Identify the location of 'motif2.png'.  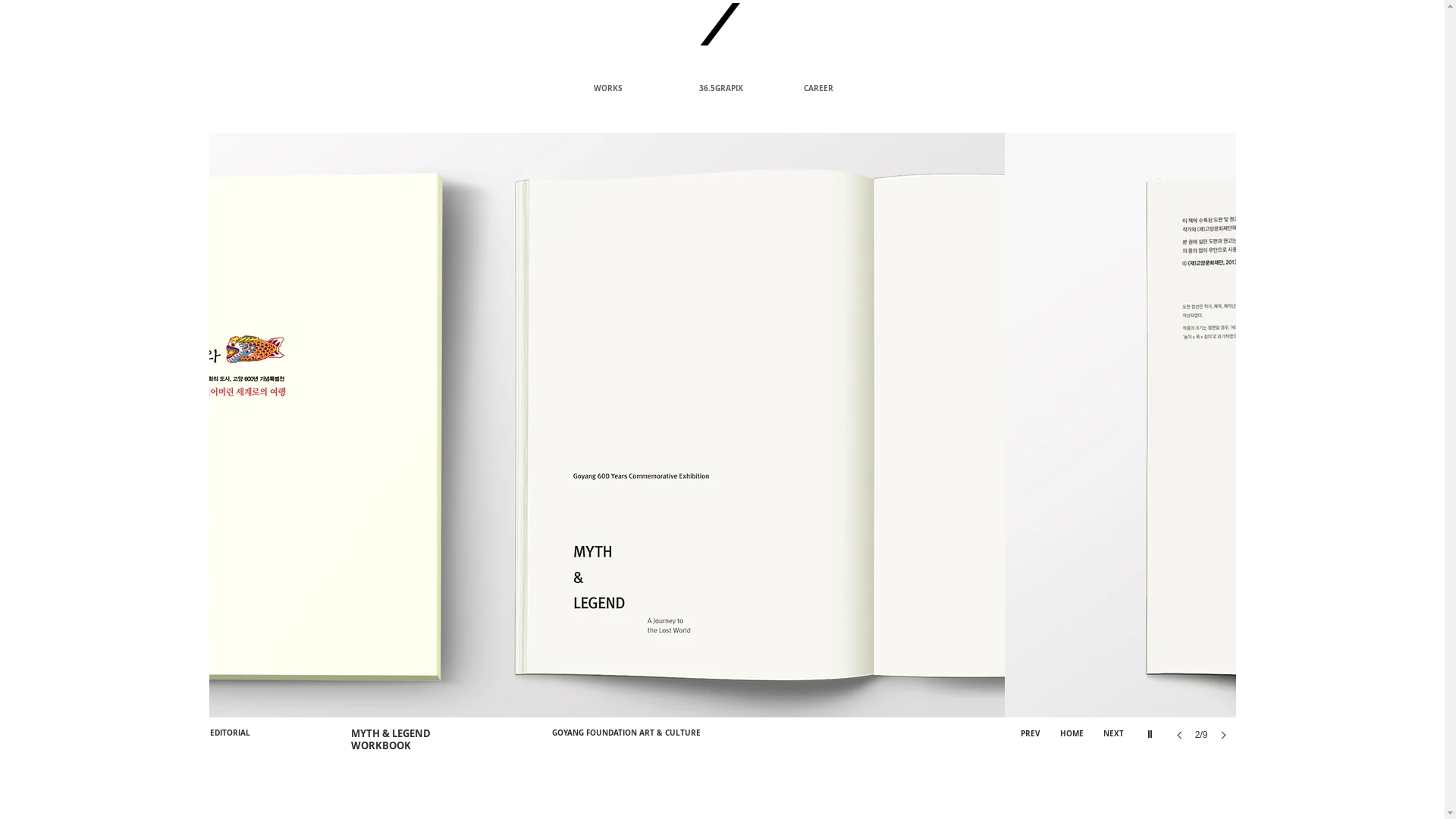
(692, 24).